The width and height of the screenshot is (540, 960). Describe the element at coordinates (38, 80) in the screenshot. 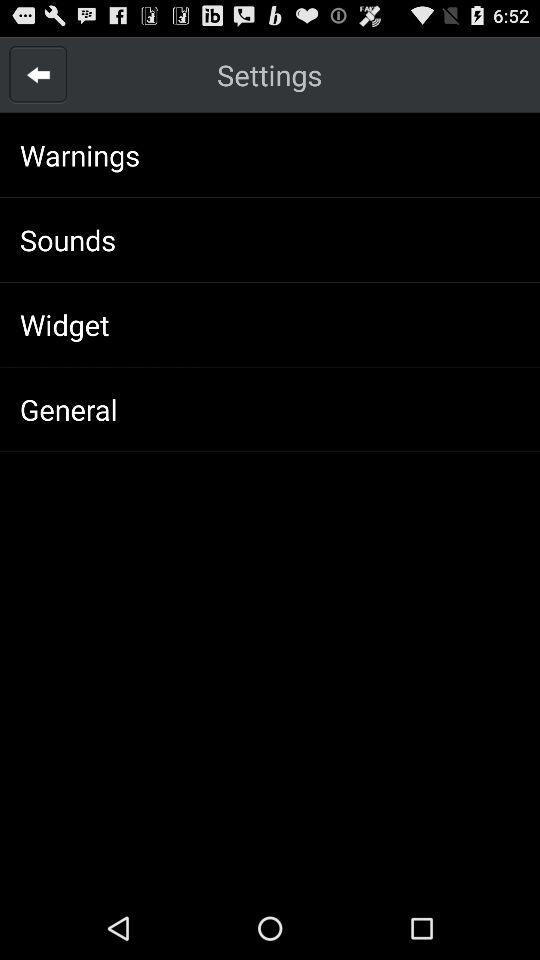

I see `the arrow_backward icon` at that location.